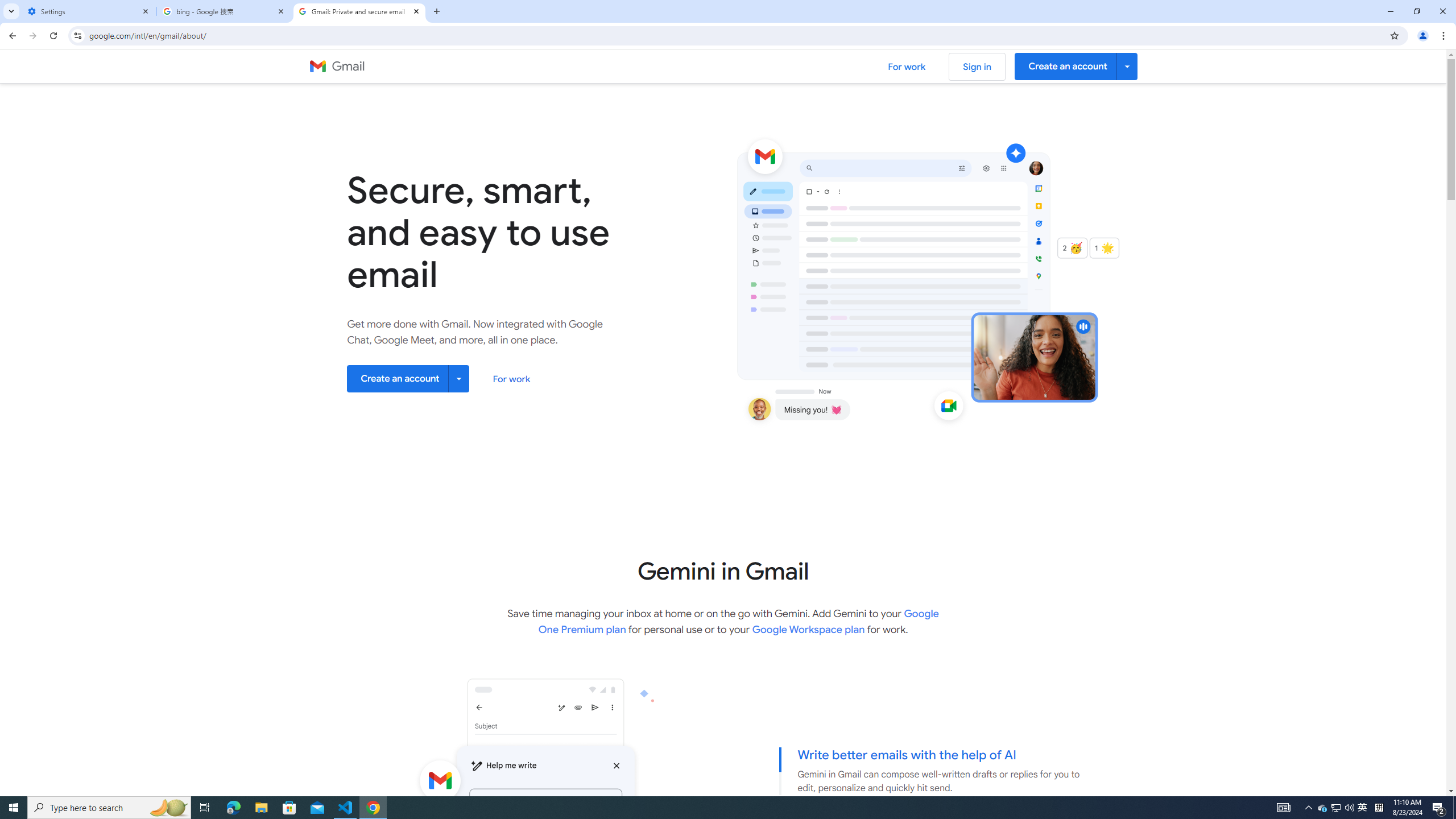 This screenshot has width=1456, height=819. I want to click on 'Google One Premium plan', so click(739, 621).